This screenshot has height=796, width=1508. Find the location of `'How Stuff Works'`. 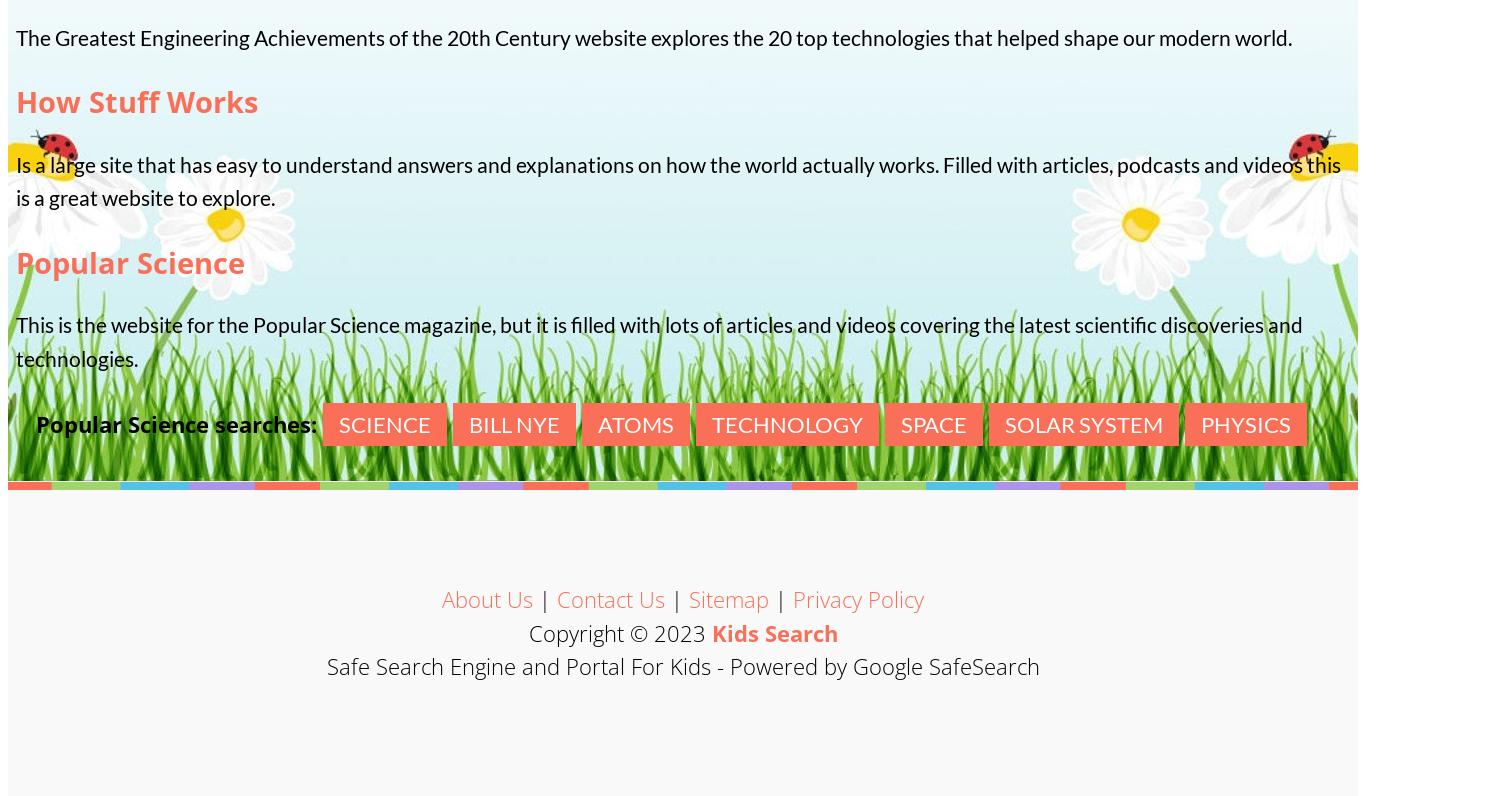

'How Stuff Works' is located at coordinates (136, 101).